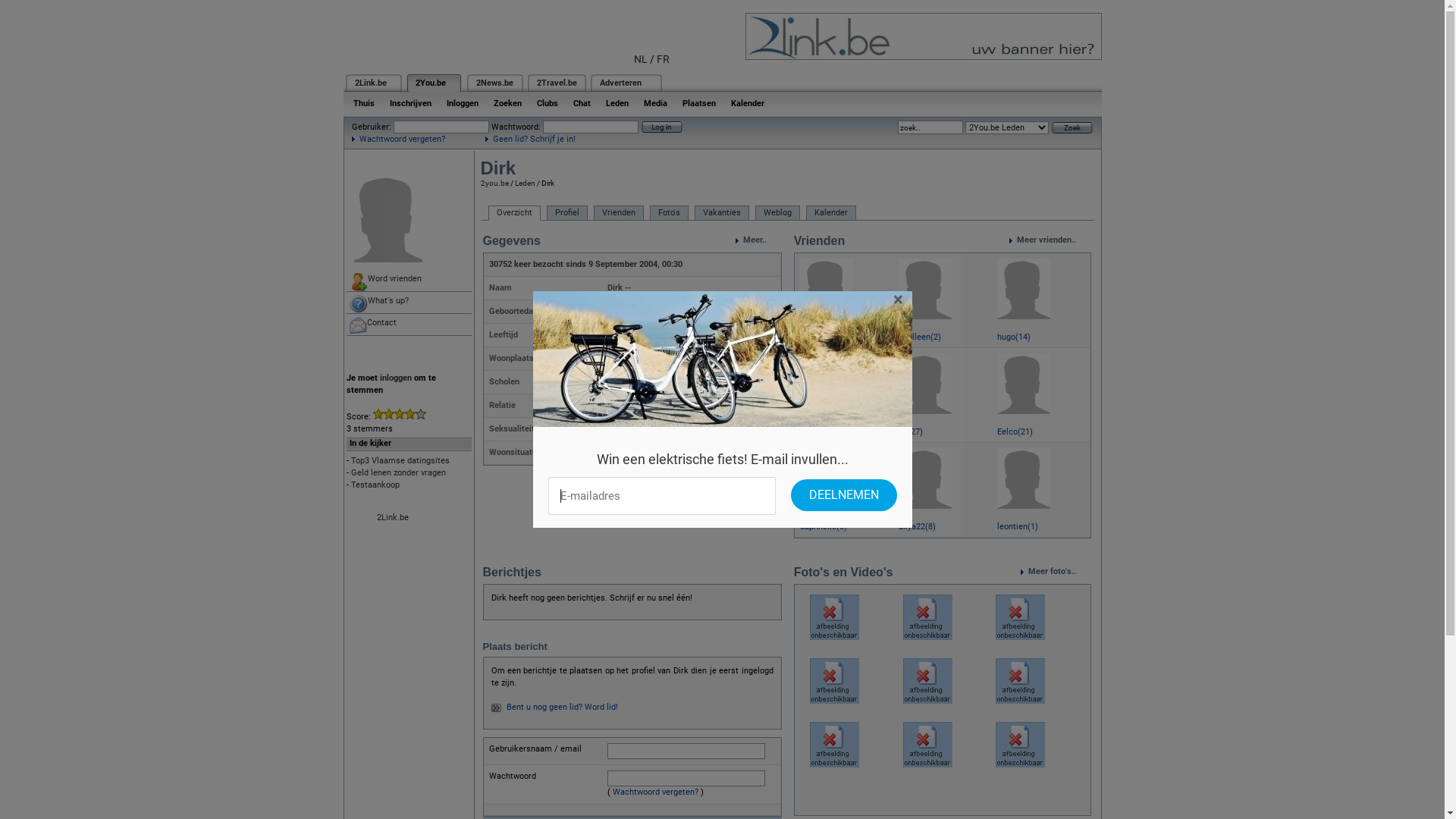 This screenshot has width=1456, height=819. What do you see at coordinates (758, 239) in the screenshot?
I see `'Meer..'` at bounding box center [758, 239].